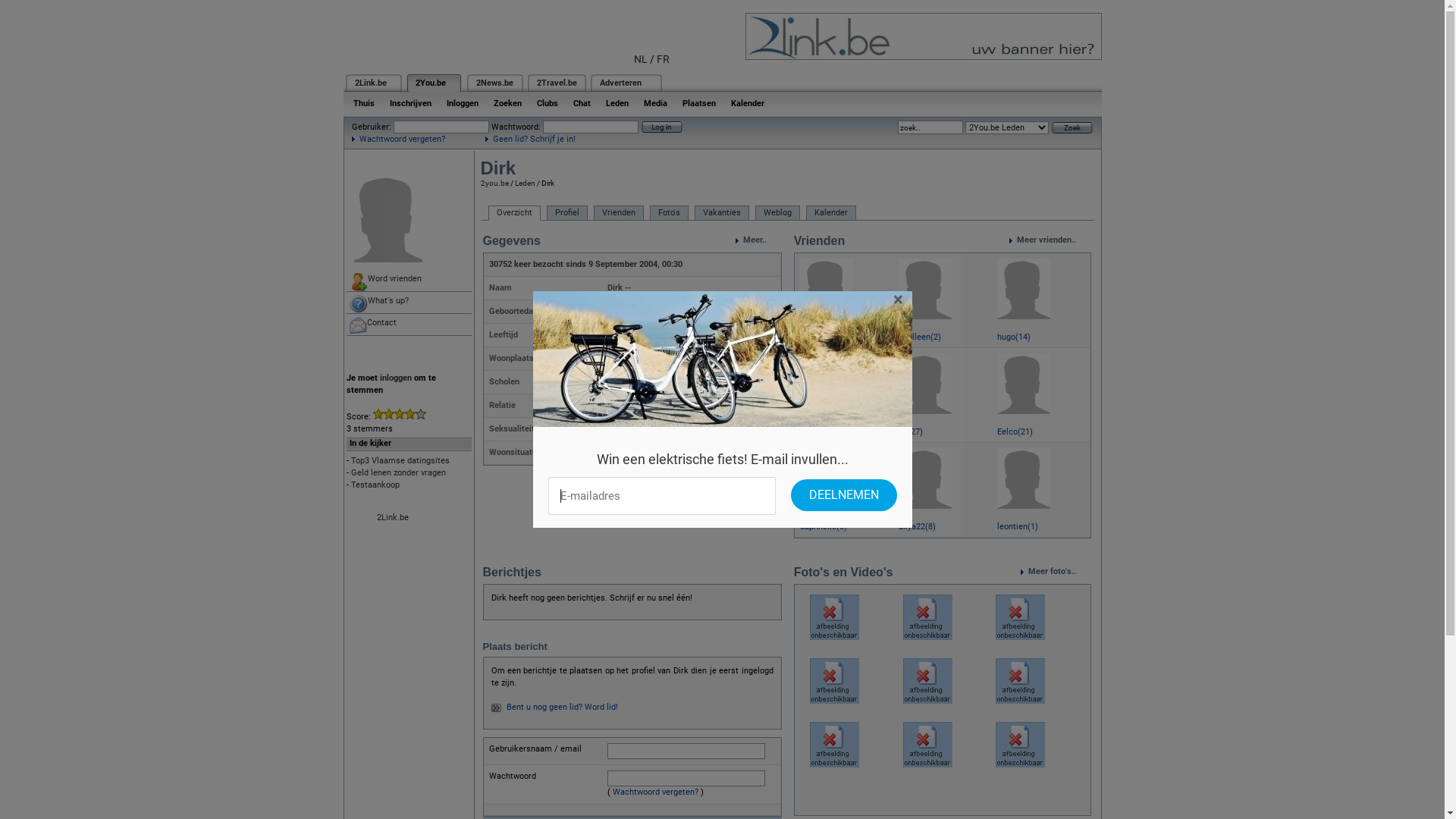 This screenshot has width=1456, height=819. What do you see at coordinates (758, 239) in the screenshot?
I see `'Meer..'` at bounding box center [758, 239].